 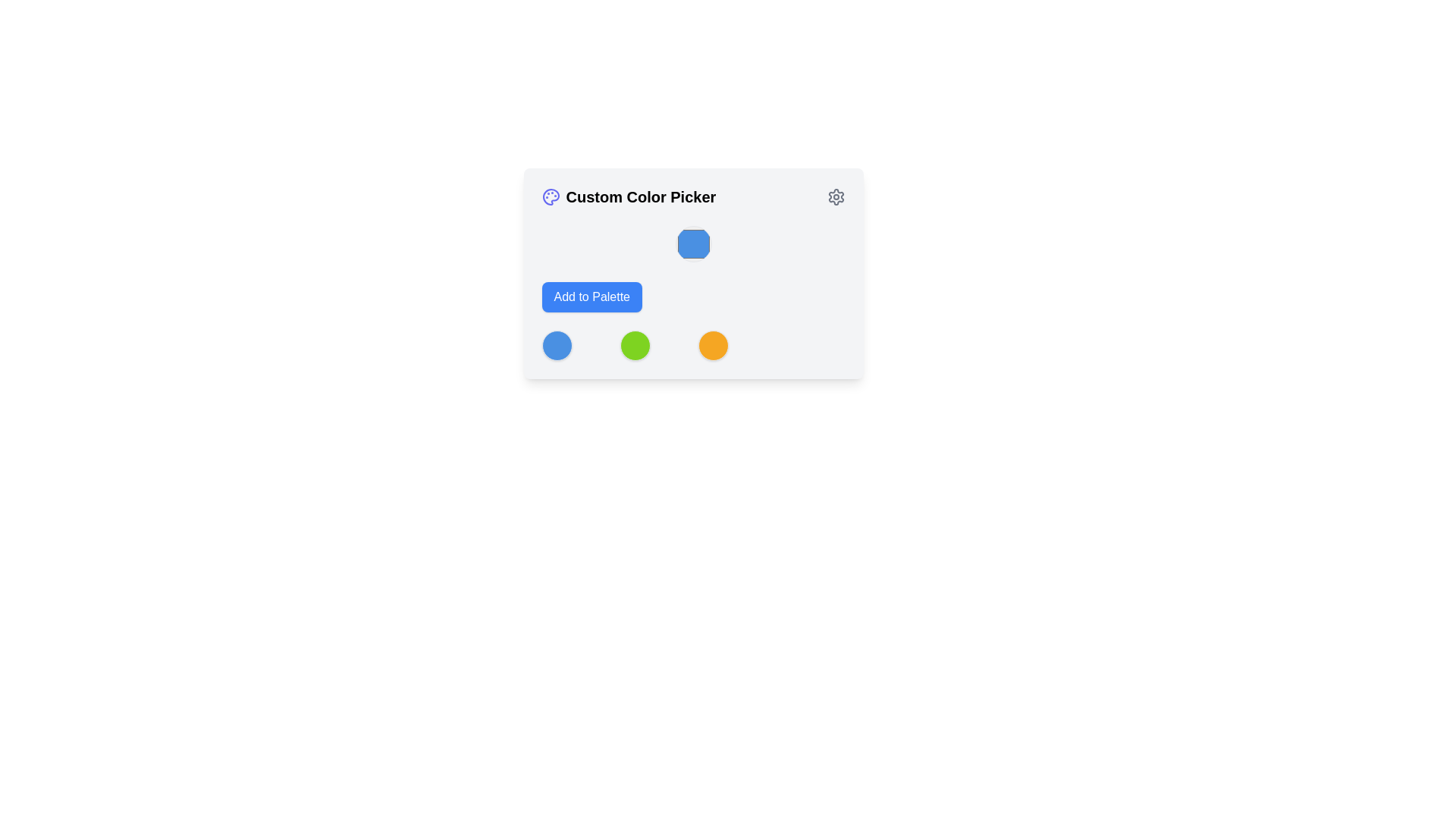 I want to click on the selected color circle from the Interactive color selection grid, so click(x=692, y=345).